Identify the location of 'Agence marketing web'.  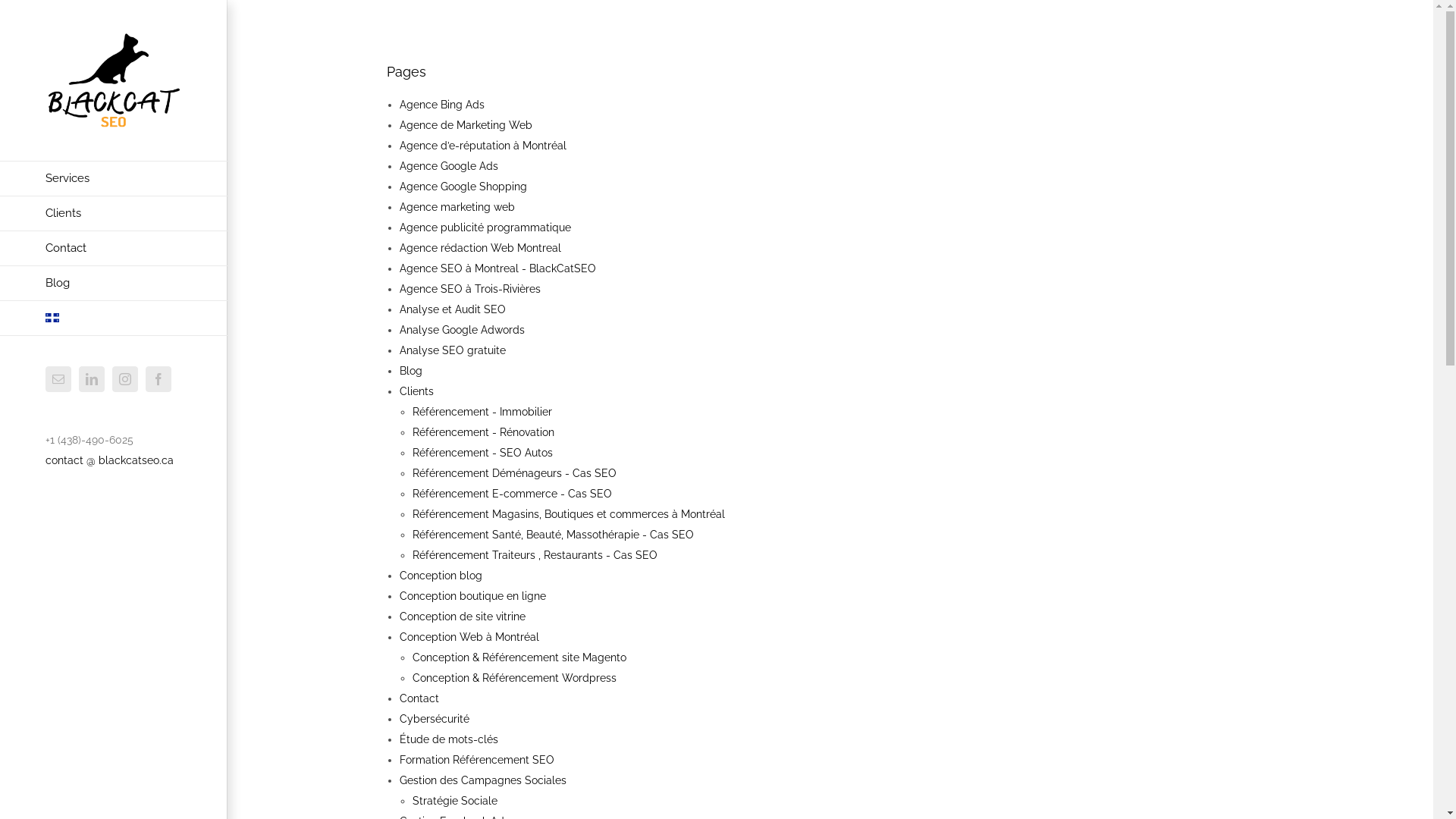
(457, 207).